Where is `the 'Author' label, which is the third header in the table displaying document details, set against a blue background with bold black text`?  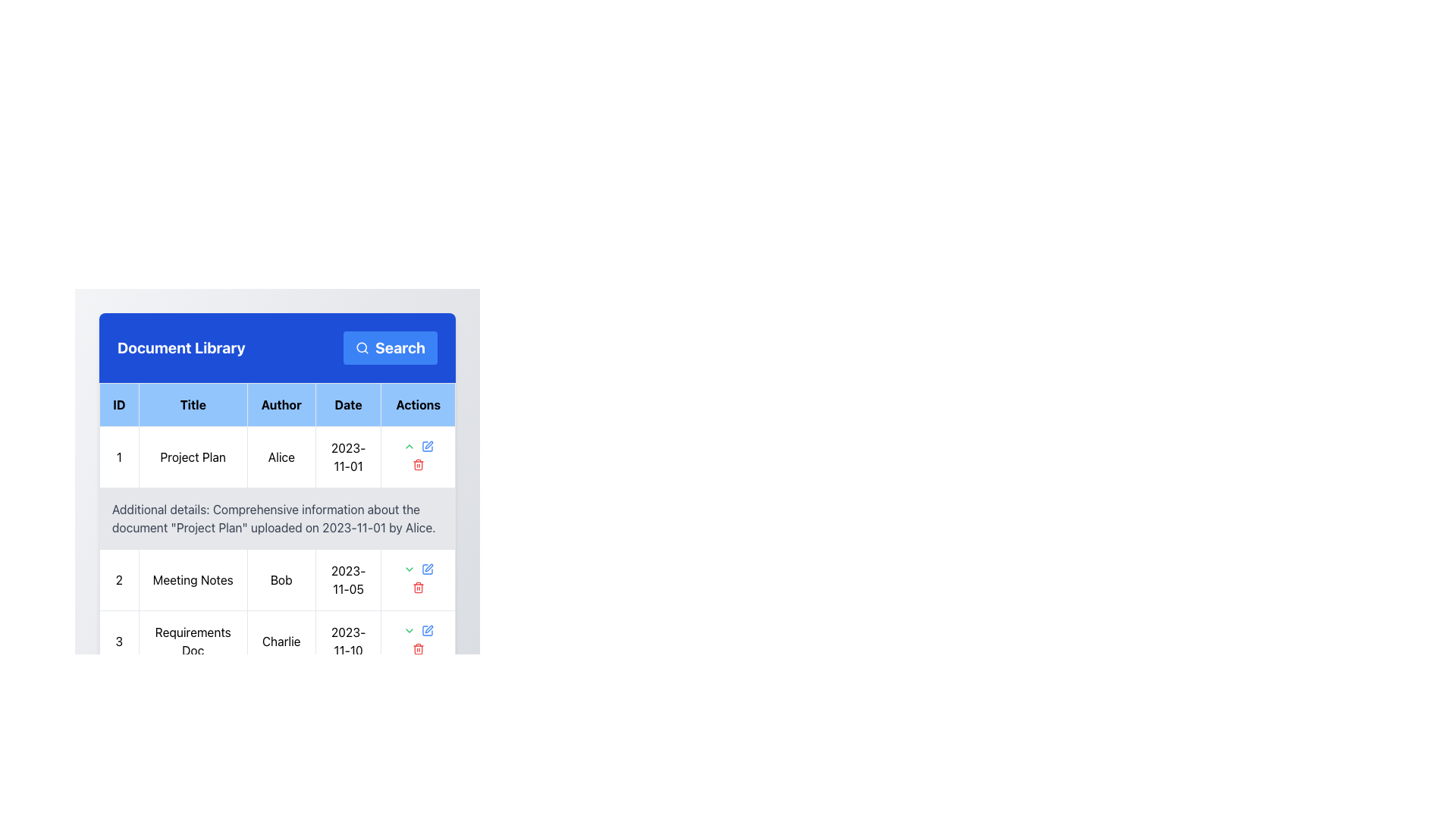
the 'Author' label, which is the third header in the table displaying document details, set against a blue background with bold black text is located at coordinates (281, 403).